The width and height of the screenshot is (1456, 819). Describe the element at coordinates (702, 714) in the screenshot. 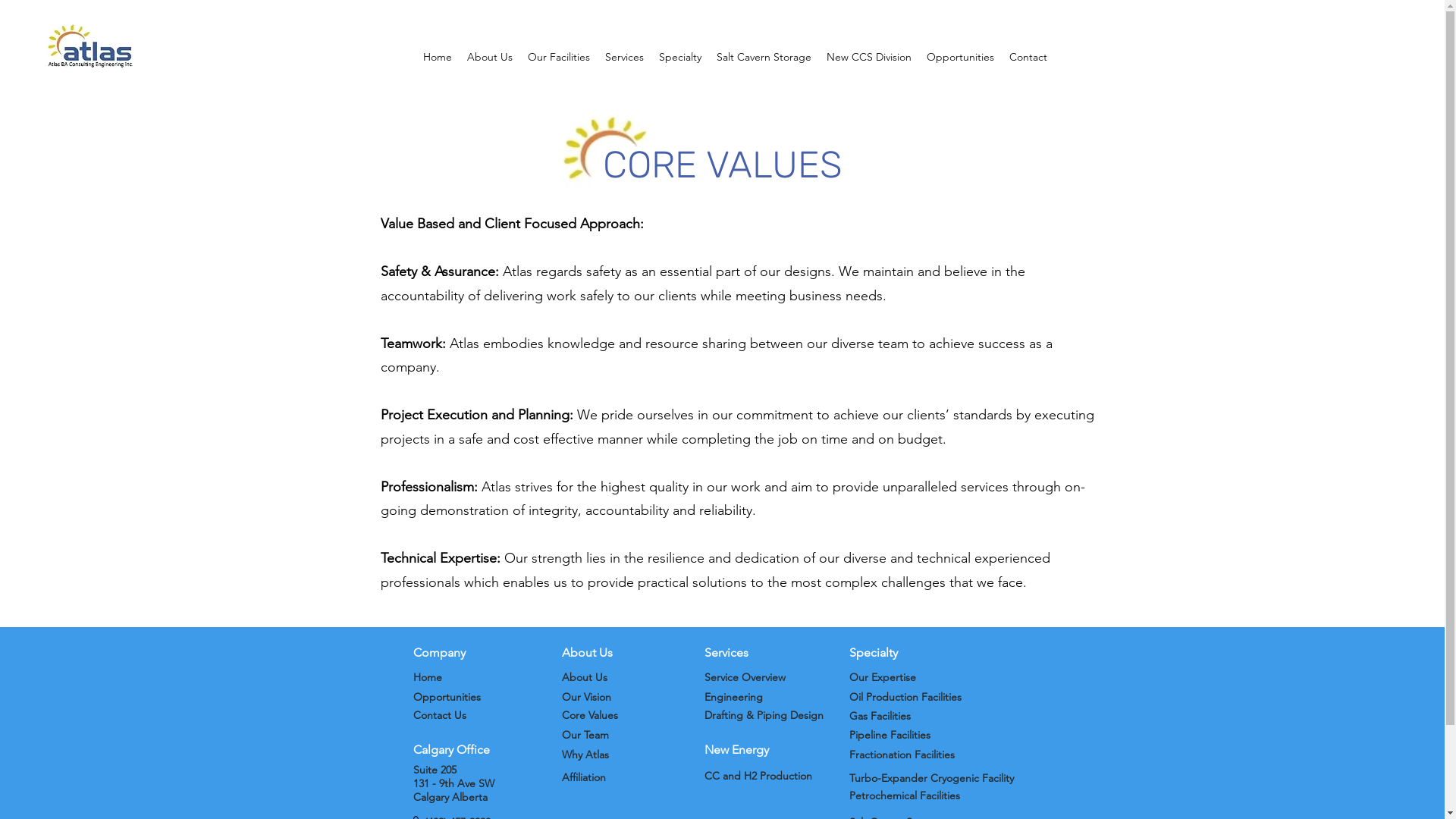

I see `'Drafting & Piping Design '` at that location.